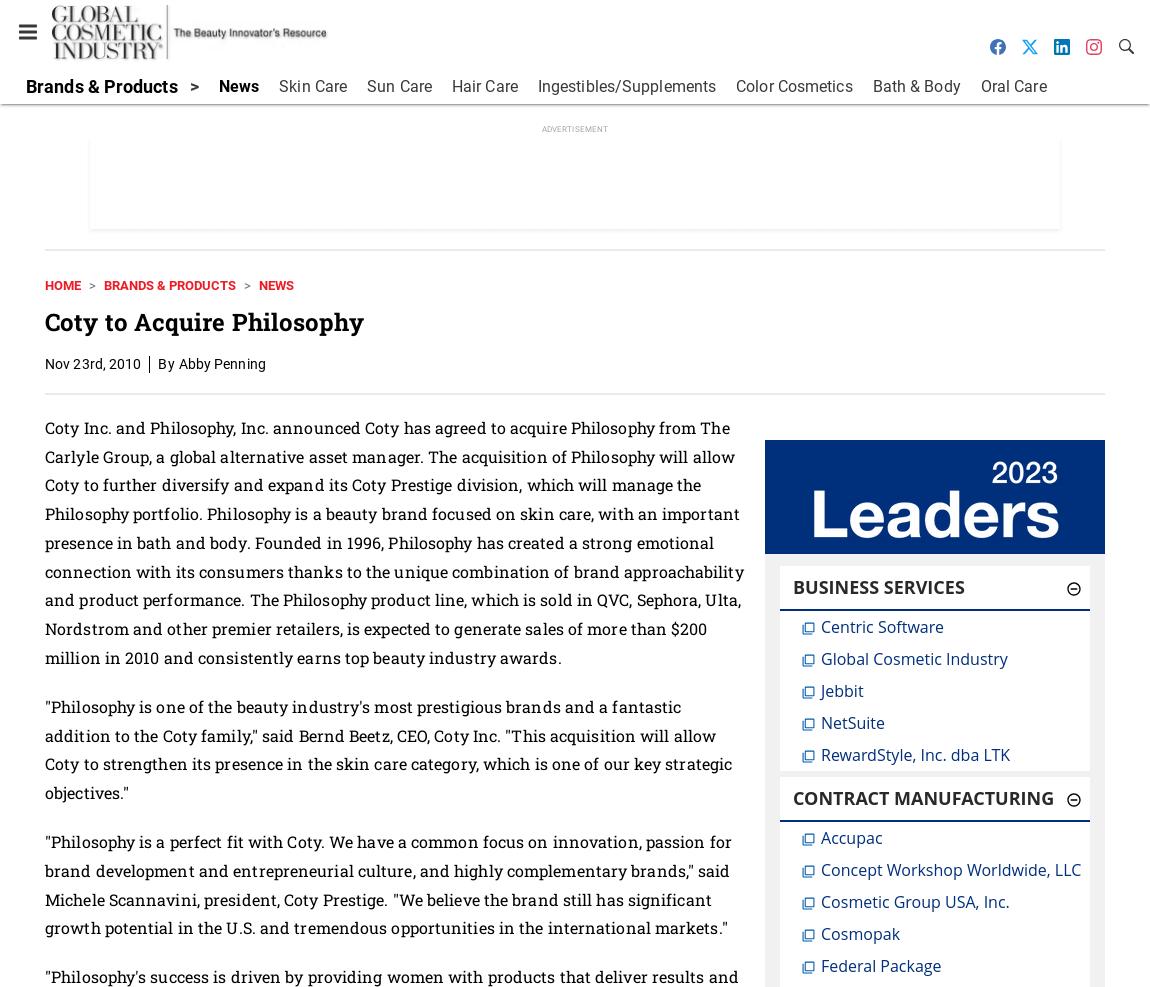  Describe the element at coordinates (951, 869) in the screenshot. I see `'Concept Workshop Worldwide, LLC'` at that location.